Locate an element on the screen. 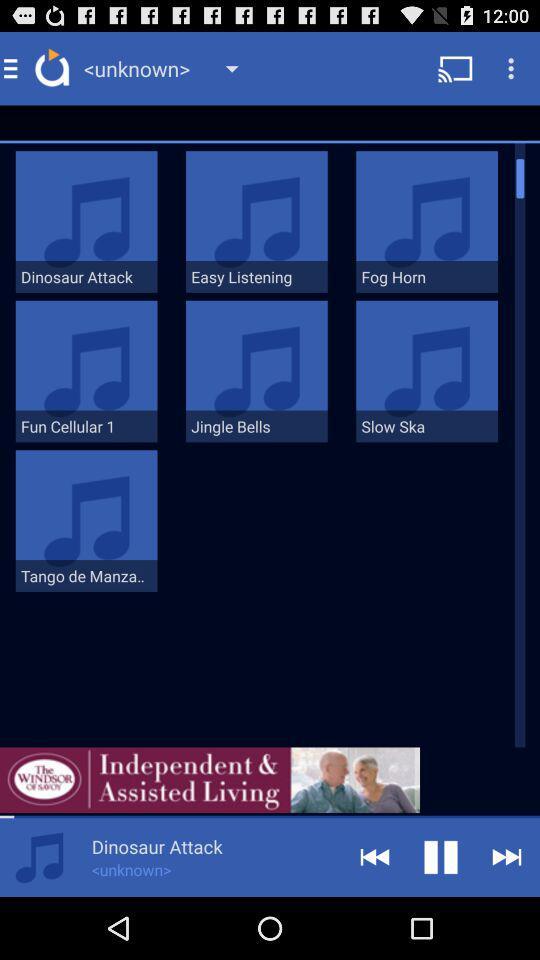 This screenshot has width=540, height=960. the skip_next icon is located at coordinates (507, 917).